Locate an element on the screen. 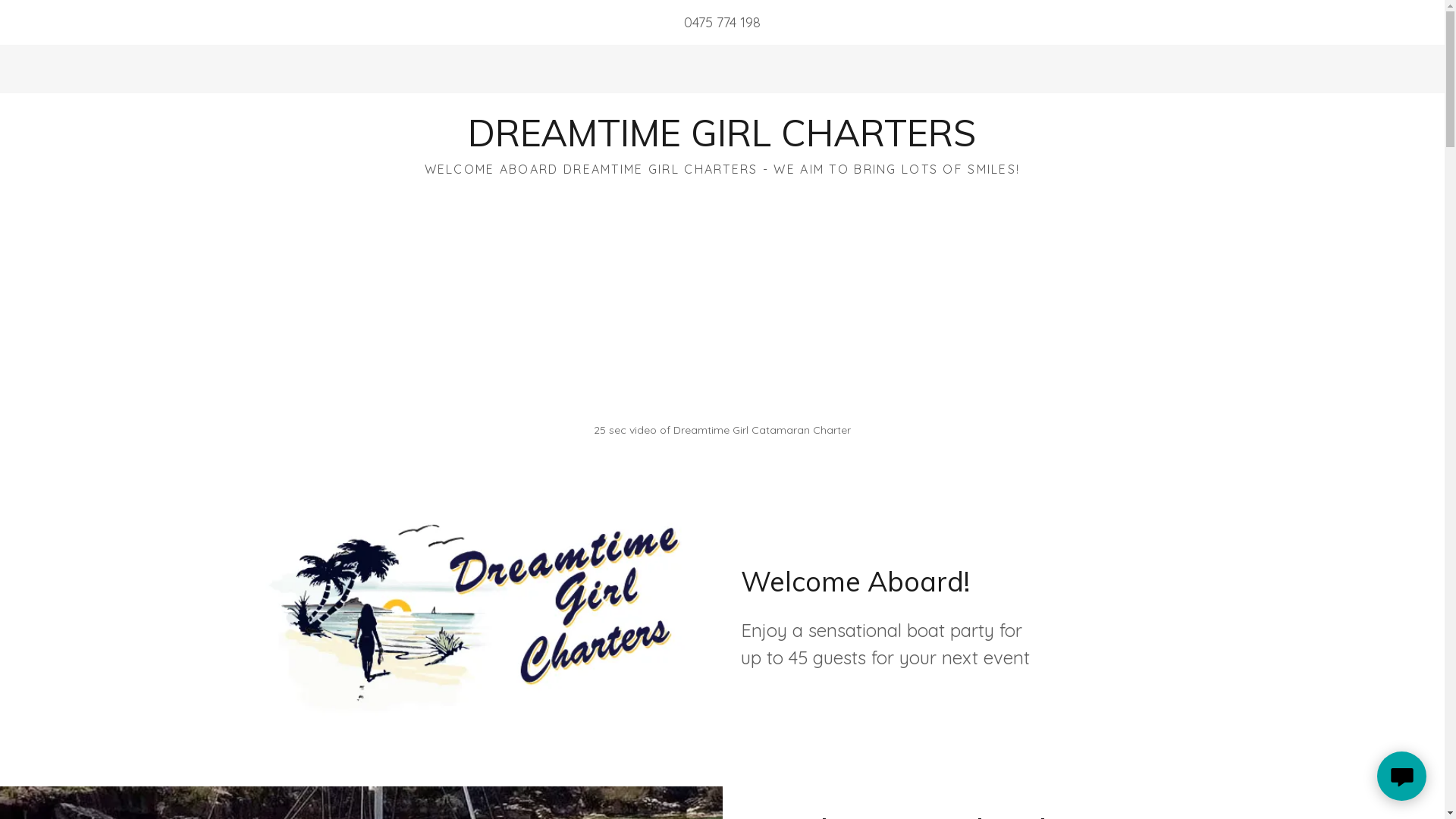  '0475 774 198' is located at coordinates (721, 22).